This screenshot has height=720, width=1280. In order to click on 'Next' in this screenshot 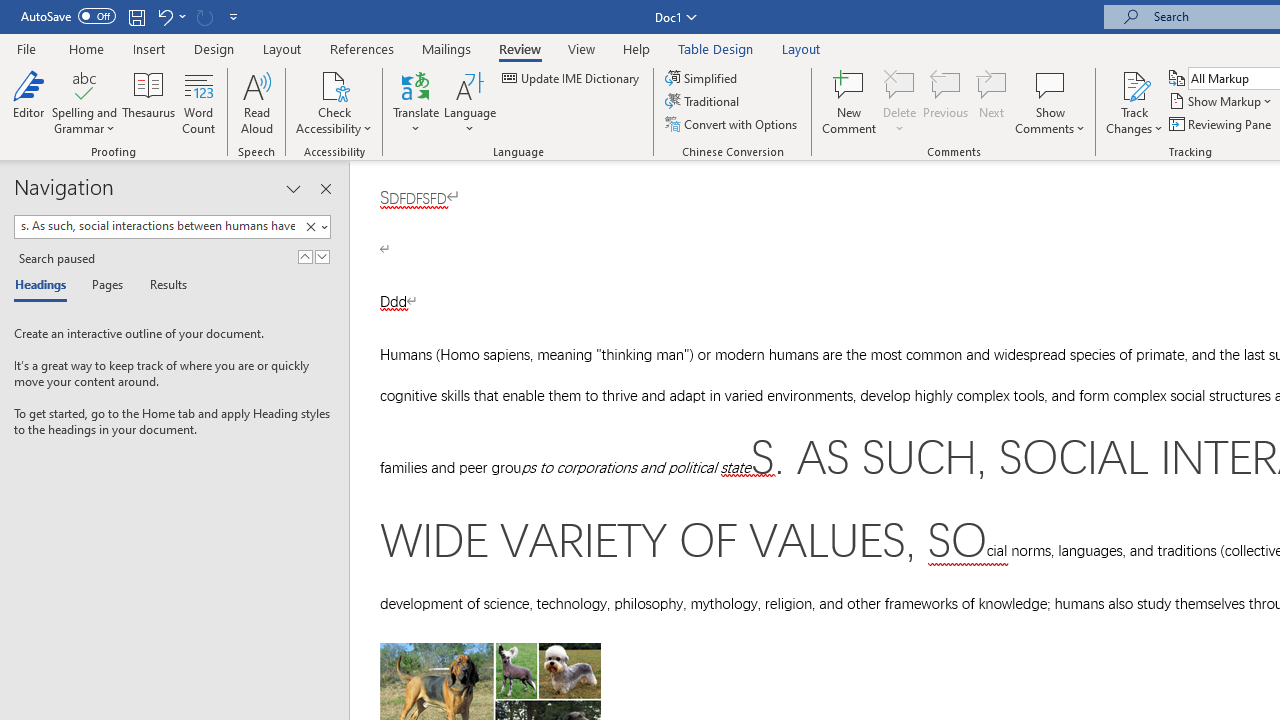, I will do `click(992, 103)`.